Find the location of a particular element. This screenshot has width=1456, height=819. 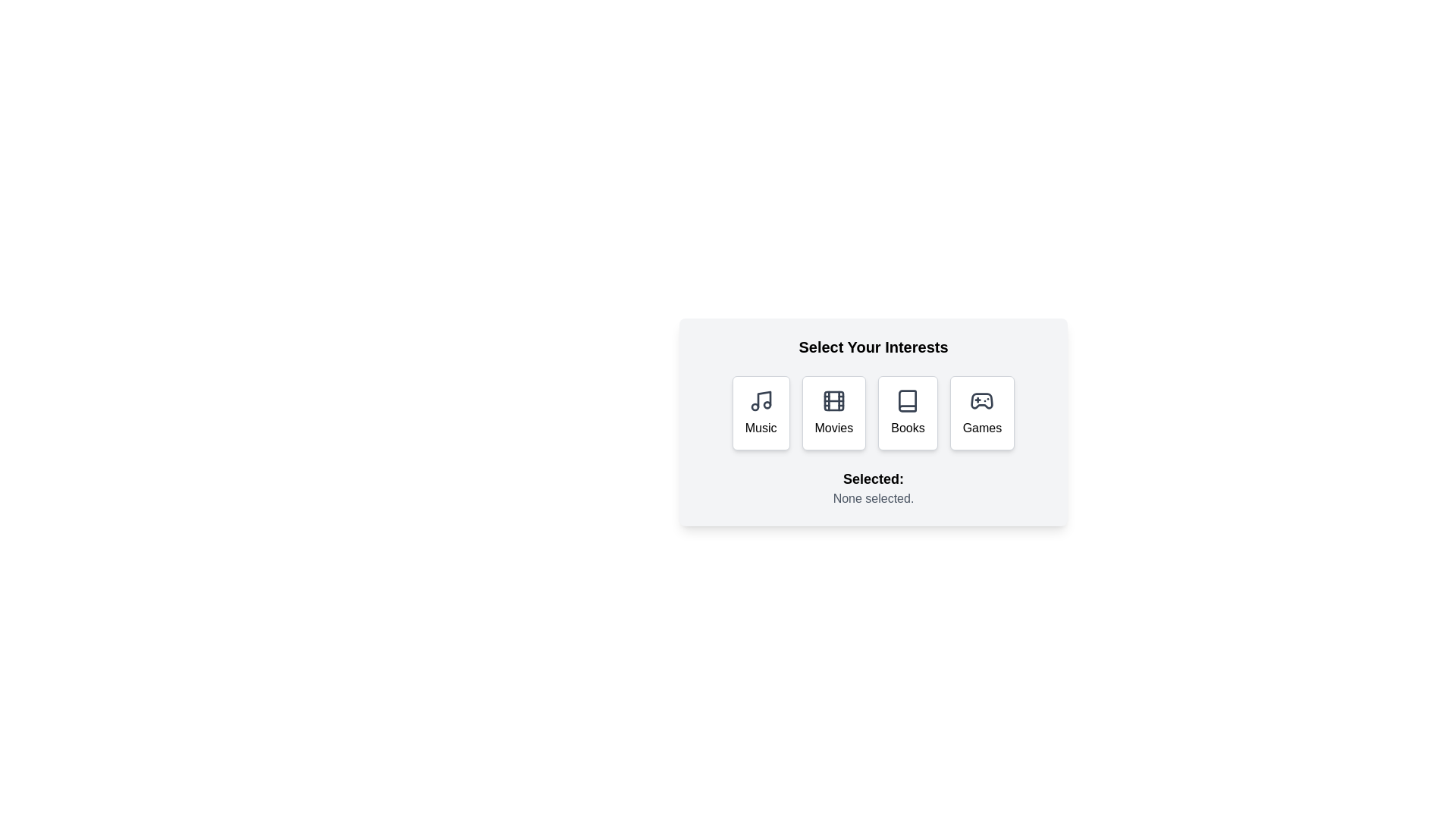

the Music button to select the corresponding interest is located at coordinates (761, 413).